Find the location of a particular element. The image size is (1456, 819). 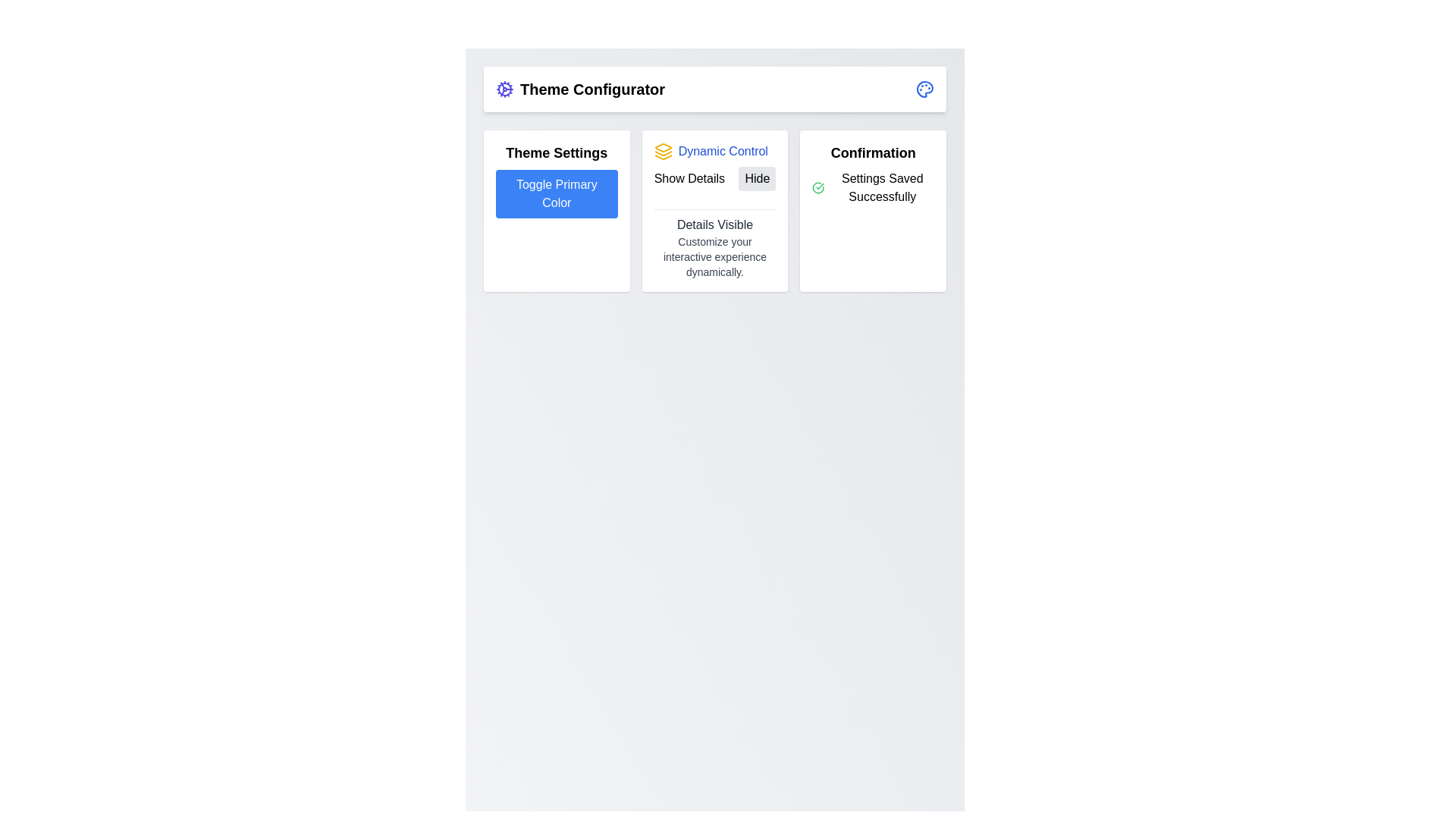

the graphical icon representing a stack or layers is located at coordinates (663, 157).